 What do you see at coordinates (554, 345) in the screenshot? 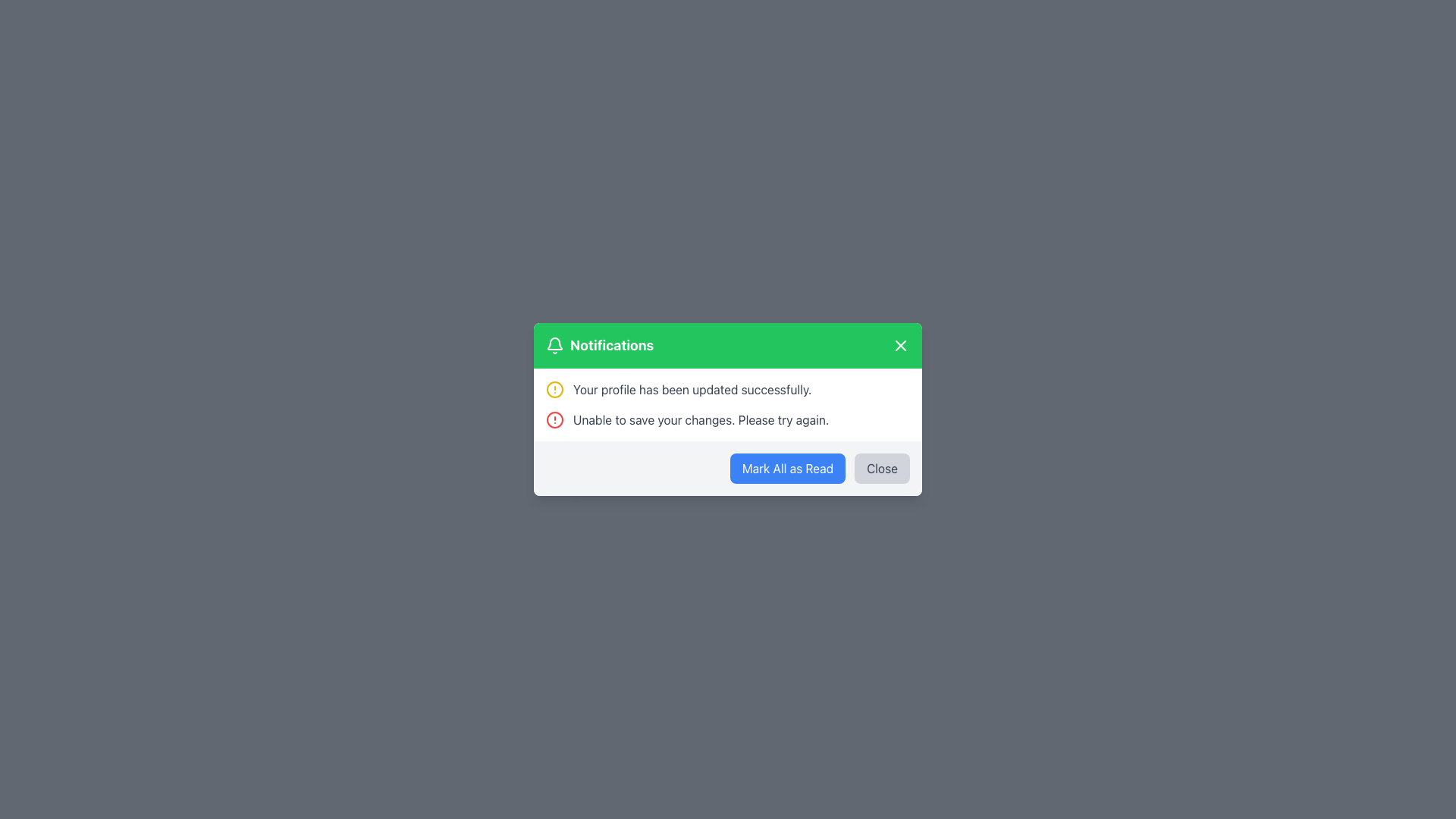
I see `the bell icon located to the far left of the header area of the notification card, which is styled in white against a green background and precedes the text label 'Notifications'` at bounding box center [554, 345].